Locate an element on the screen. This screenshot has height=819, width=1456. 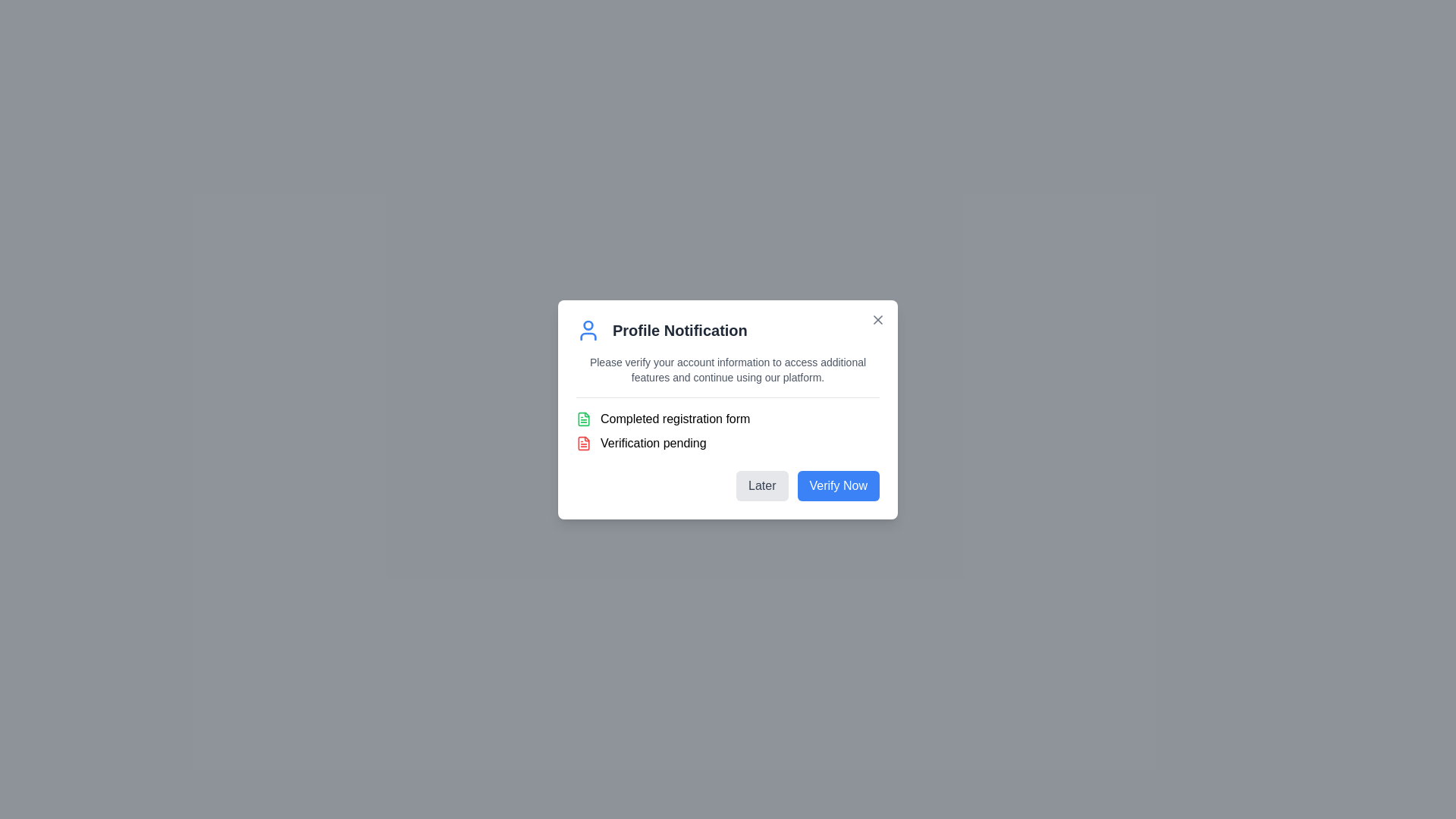
the circular shape with a blue border located at the top section of the avatar icon in the notification header is located at coordinates (588, 324).